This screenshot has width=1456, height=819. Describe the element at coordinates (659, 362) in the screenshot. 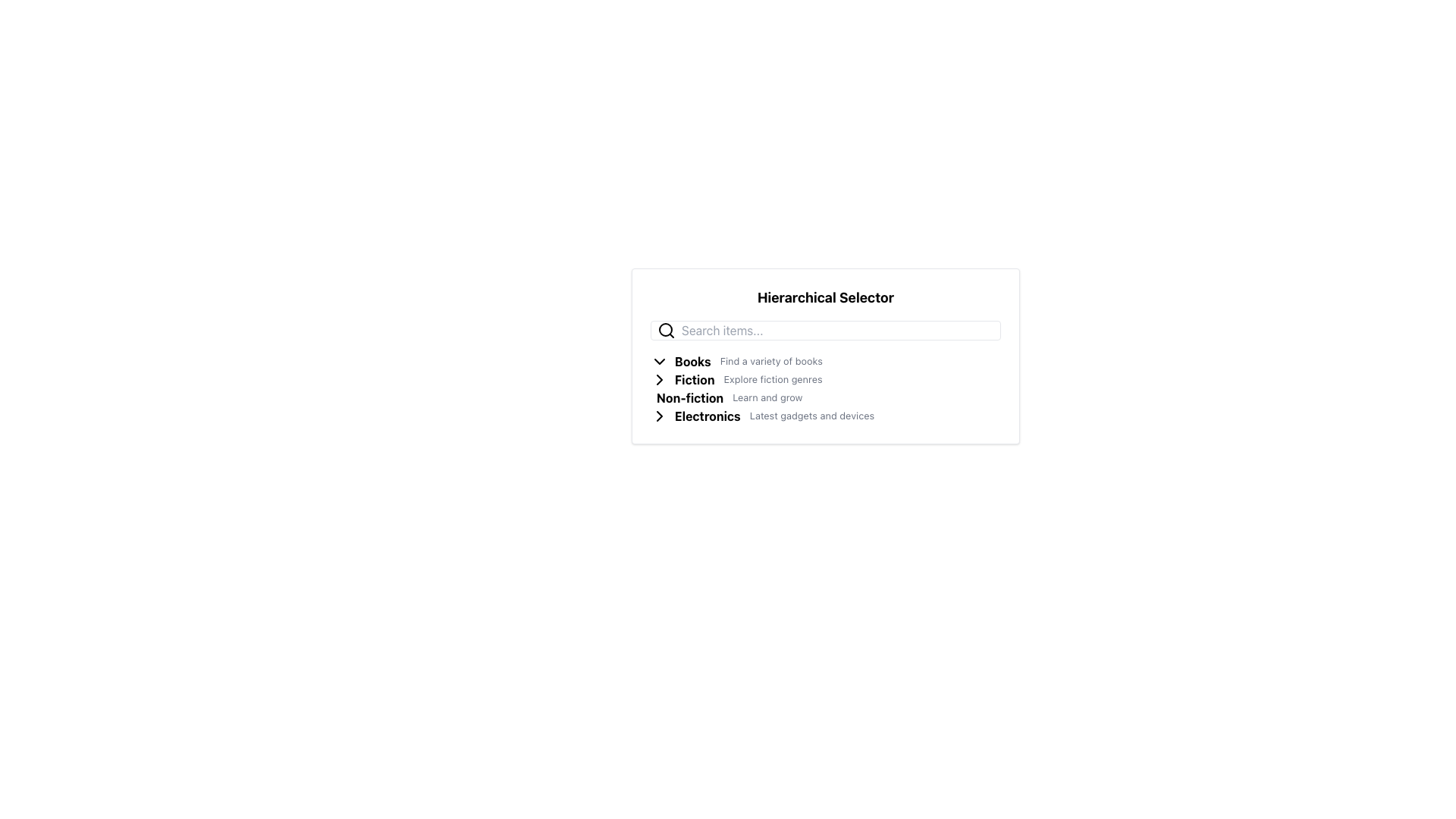

I see `the Dropdown Icon Indicator located to the left of the 'Books' category label` at that location.